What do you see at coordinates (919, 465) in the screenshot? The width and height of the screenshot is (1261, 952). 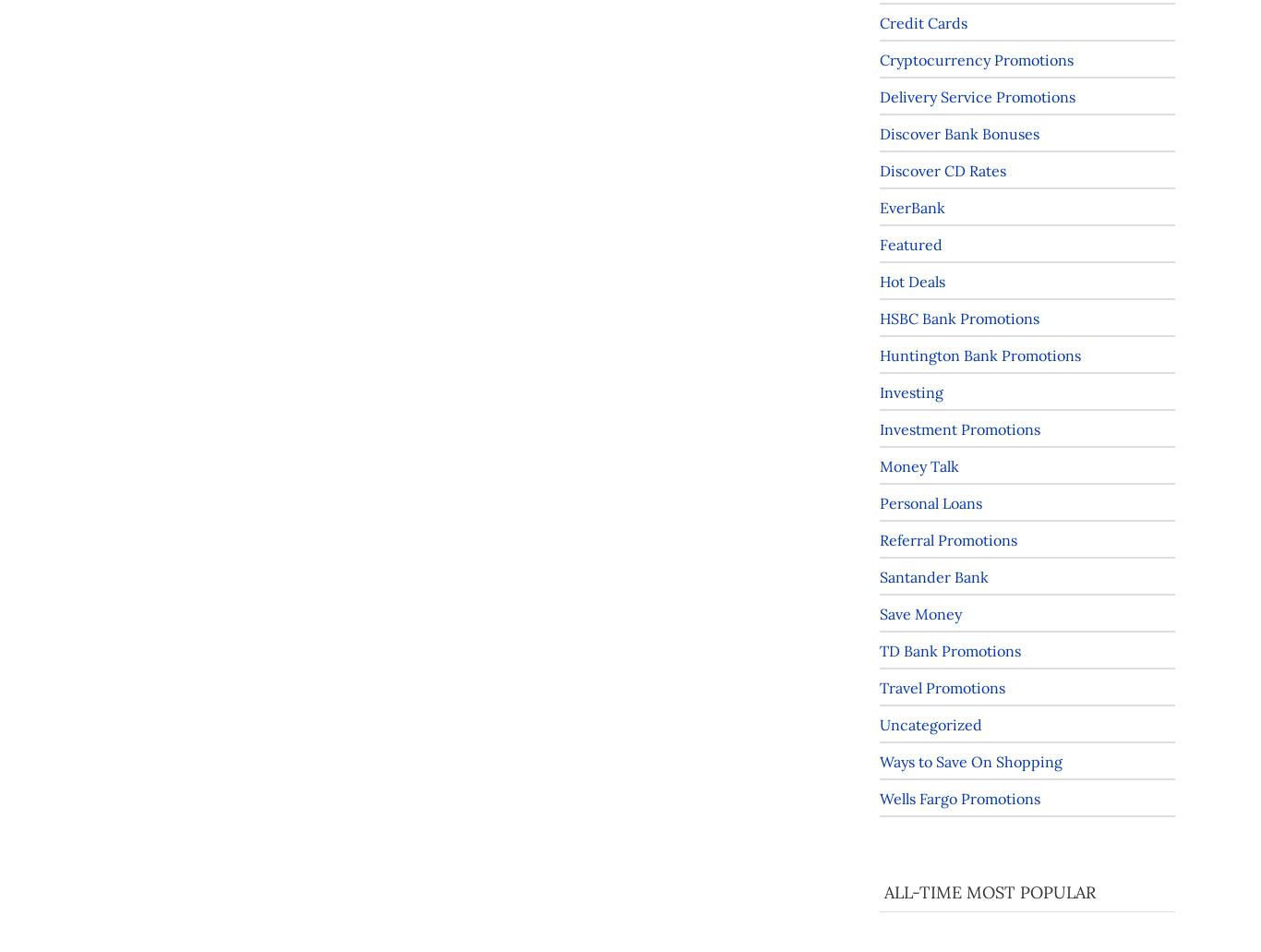 I see `'Money Talk'` at bounding box center [919, 465].